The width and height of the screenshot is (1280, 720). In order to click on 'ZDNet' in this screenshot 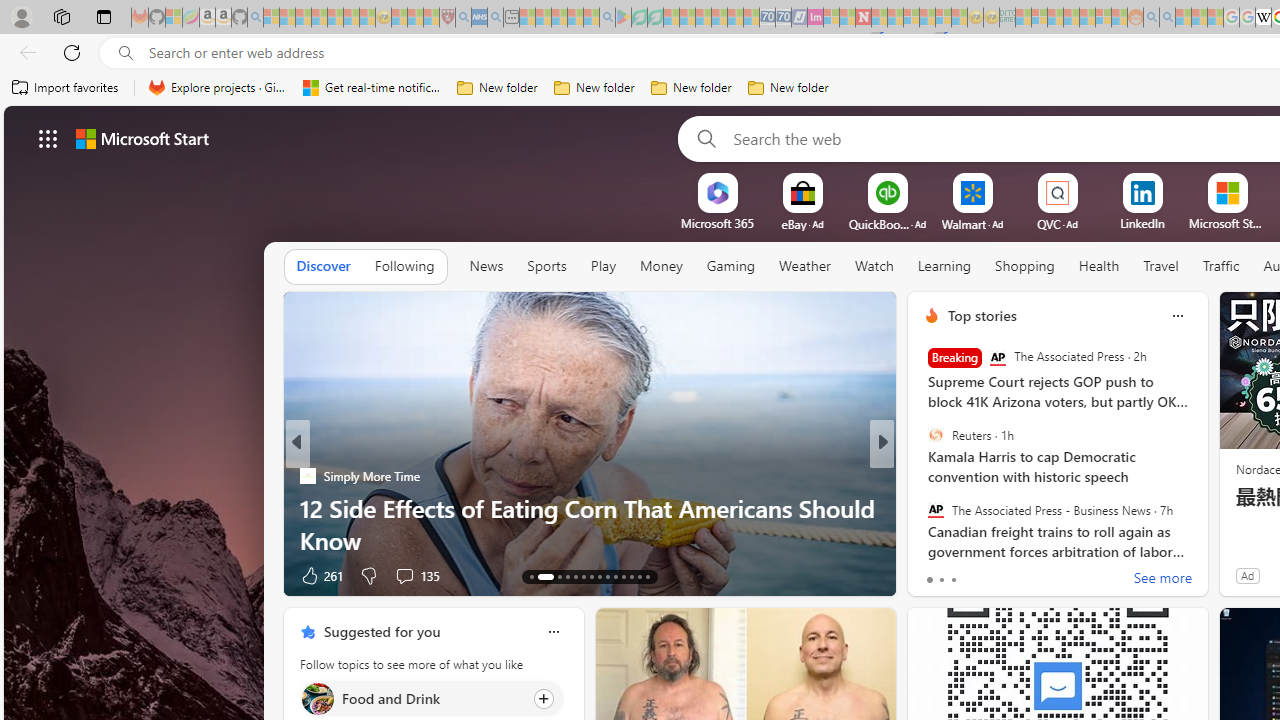, I will do `click(922, 475)`.